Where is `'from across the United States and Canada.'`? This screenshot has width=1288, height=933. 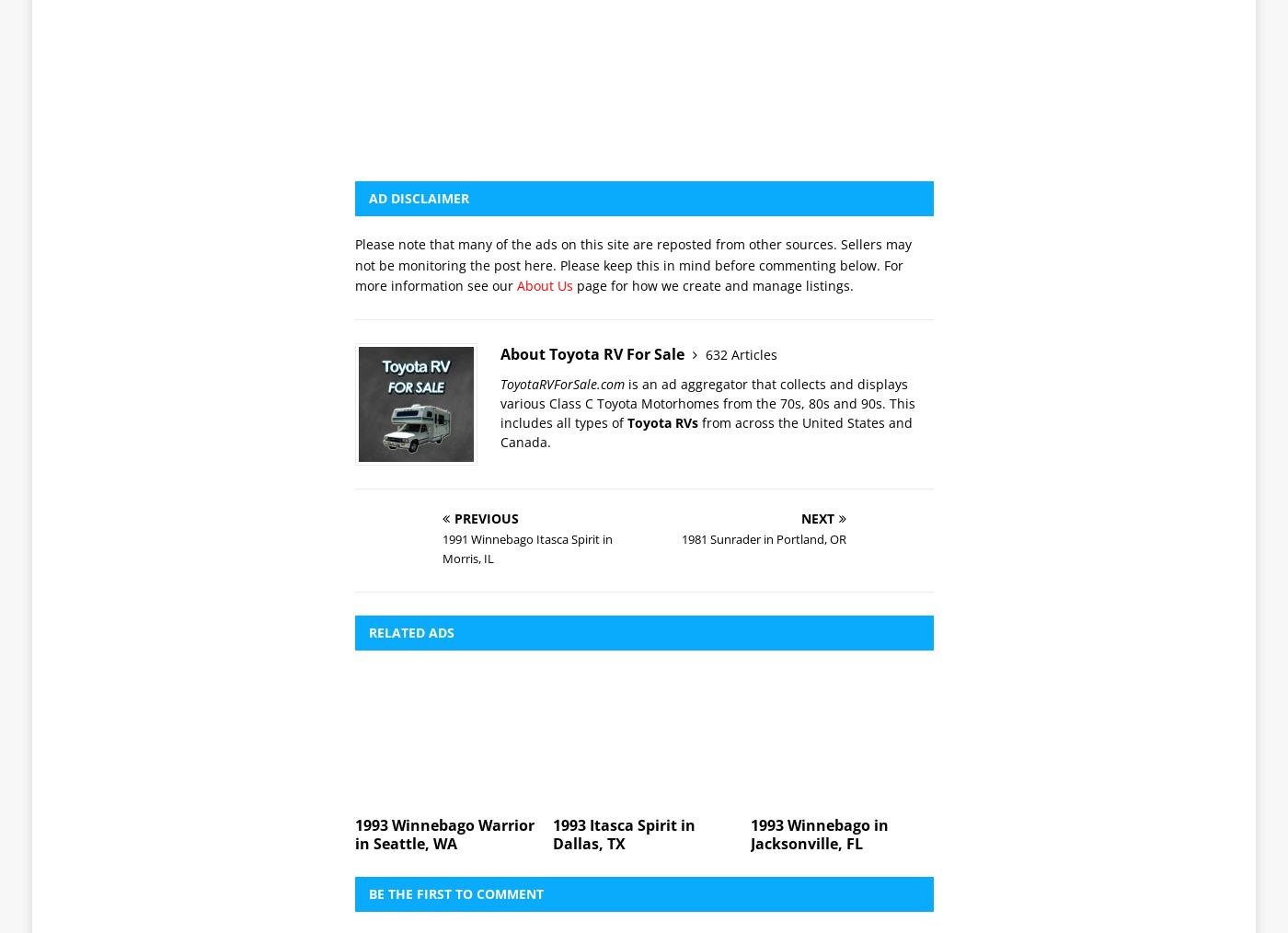
'from across the United States and Canada.' is located at coordinates (707, 174).